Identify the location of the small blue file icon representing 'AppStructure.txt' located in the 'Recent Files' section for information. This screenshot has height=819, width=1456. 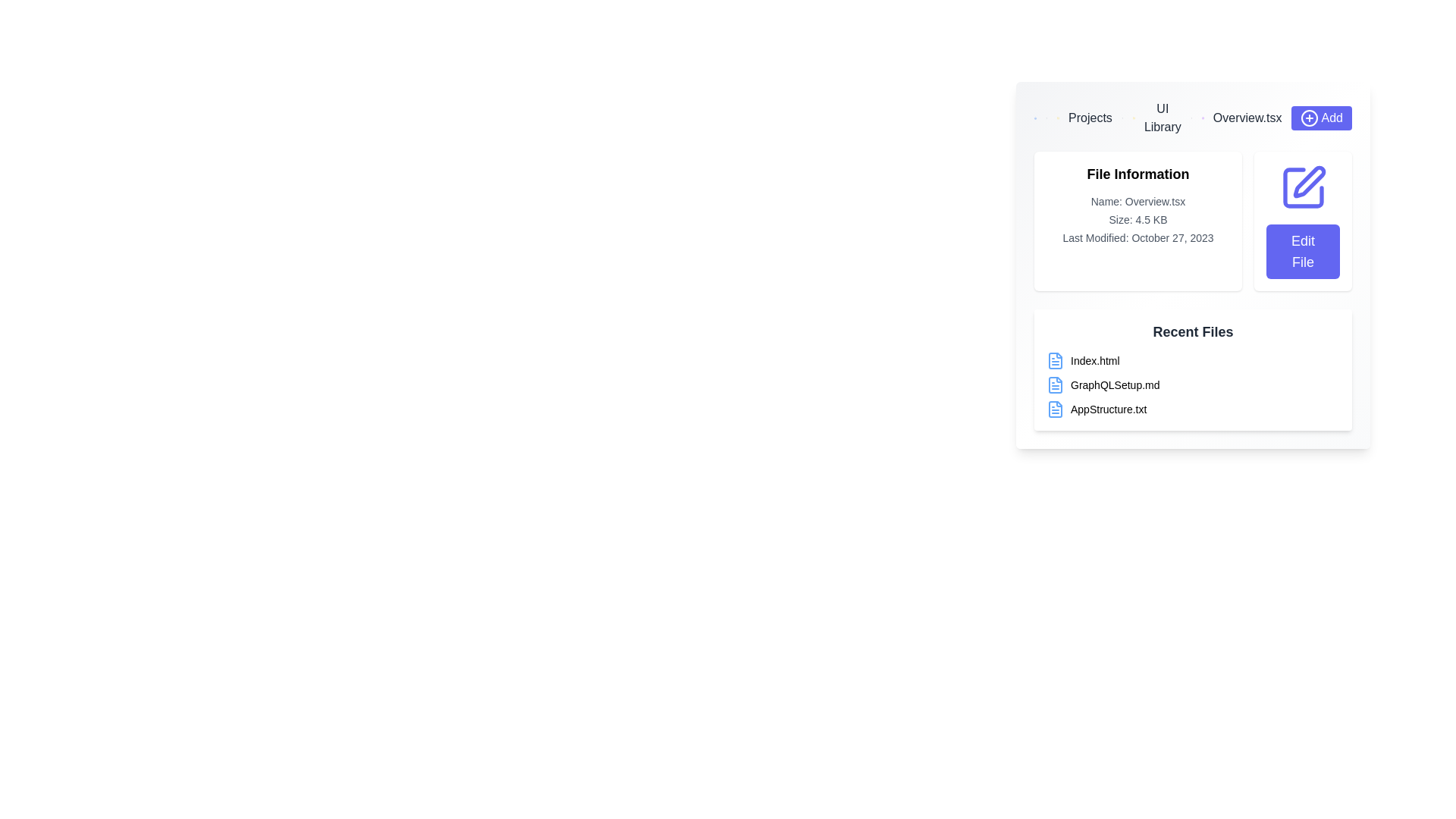
(1055, 409).